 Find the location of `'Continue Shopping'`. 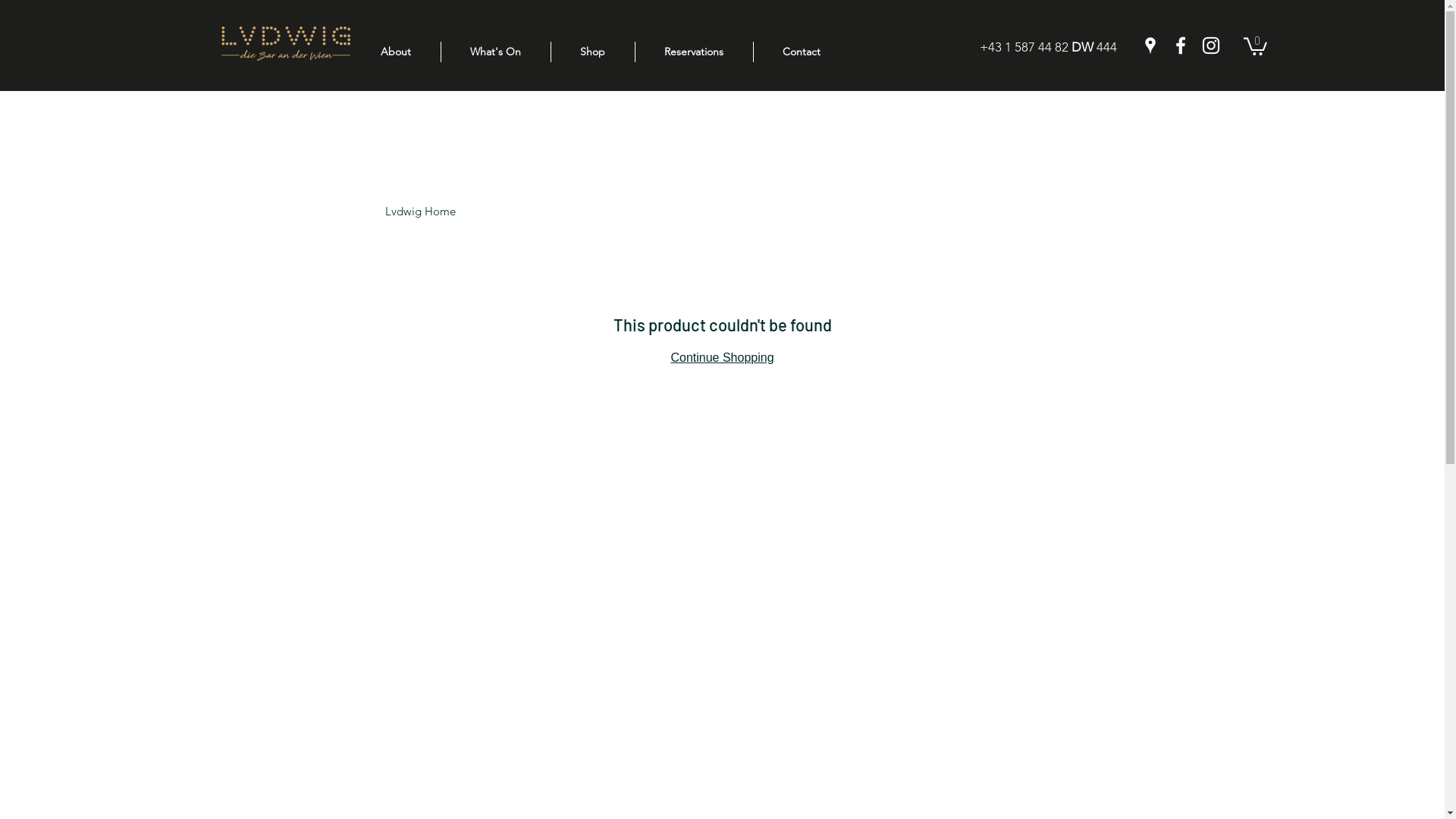

'Continue Shopping' is located at coordinates (720, 357).